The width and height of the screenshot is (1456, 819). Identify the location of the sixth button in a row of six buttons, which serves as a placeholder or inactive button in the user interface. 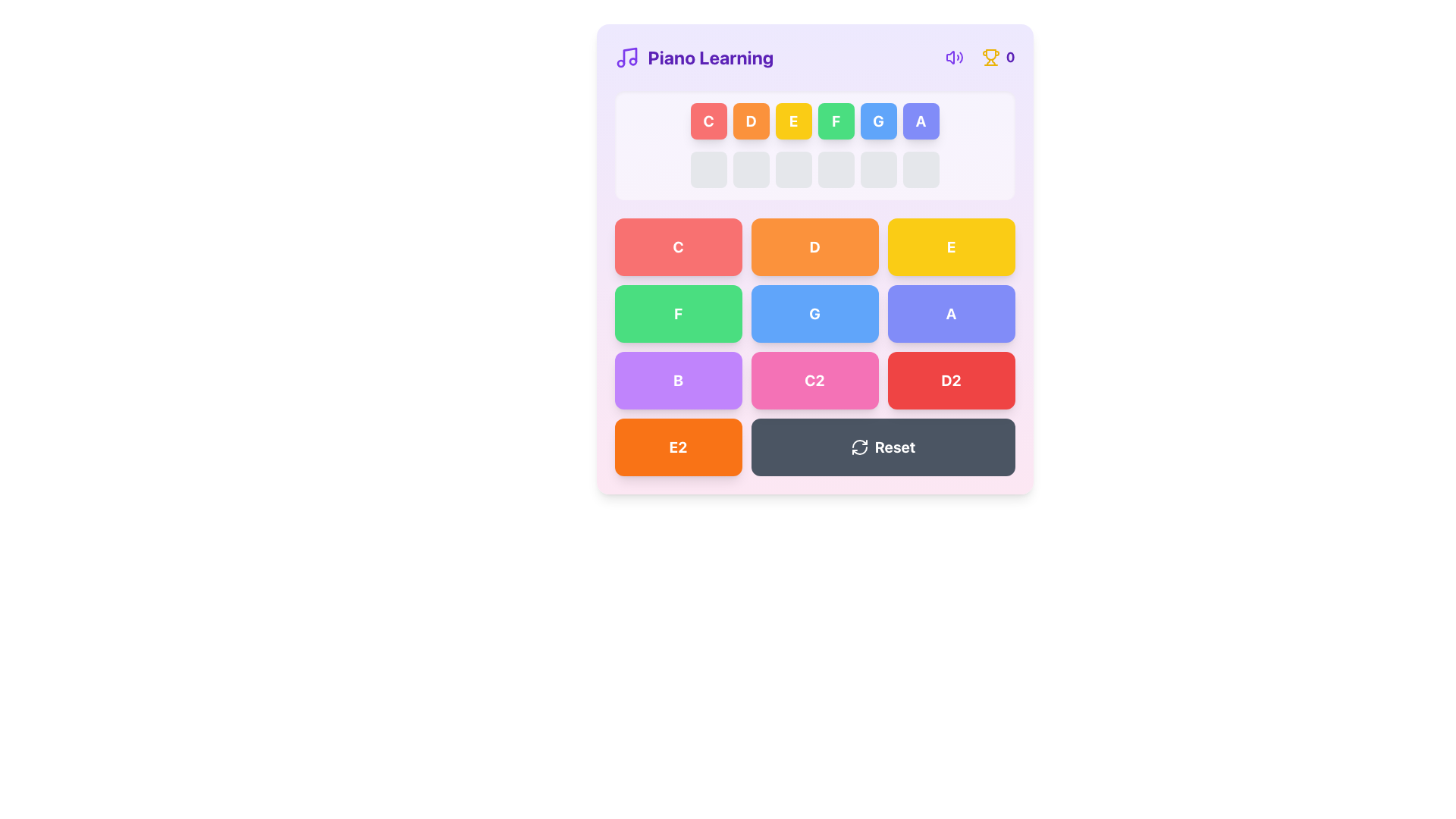
(920, 169).